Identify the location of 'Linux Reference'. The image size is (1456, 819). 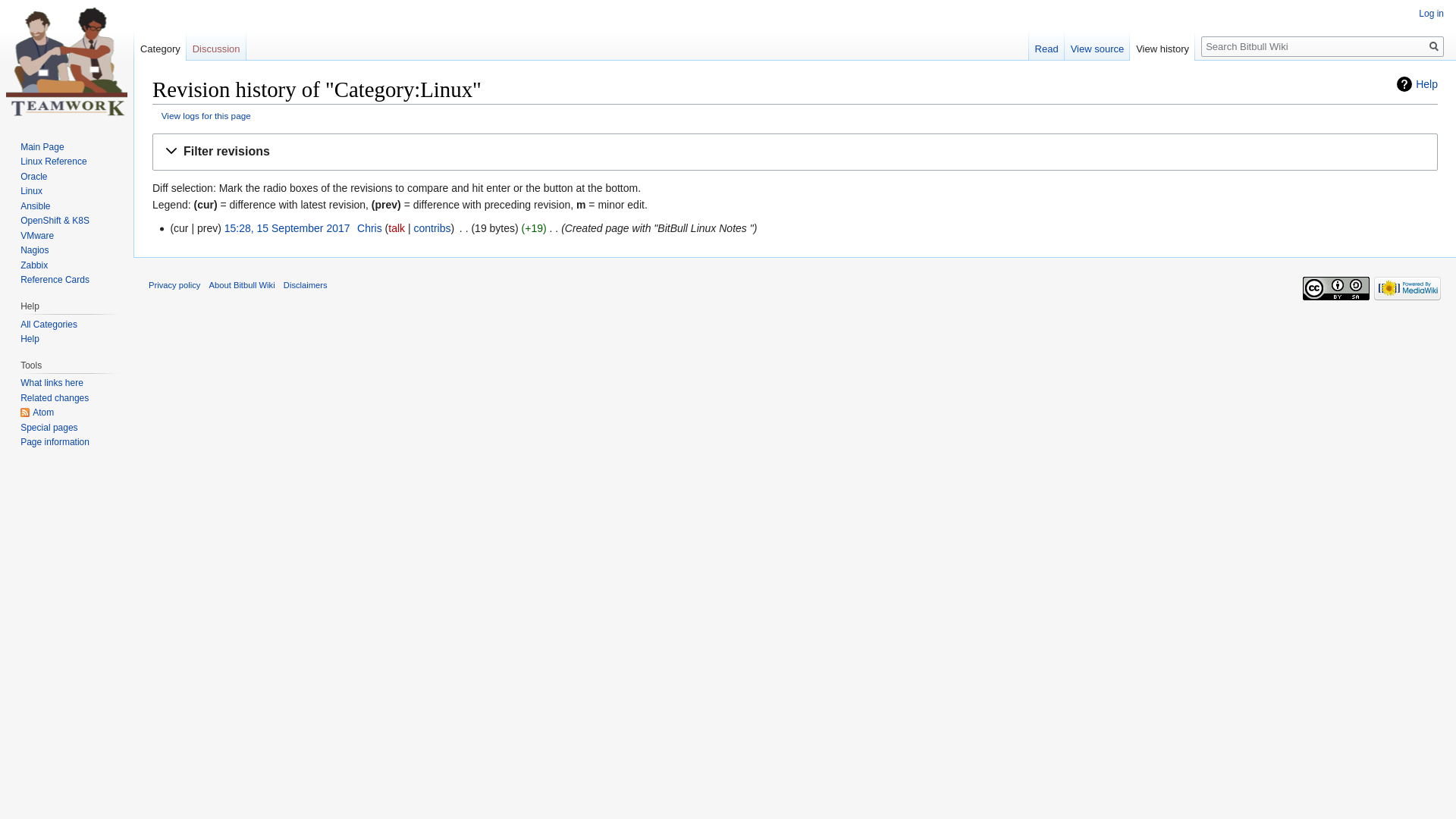
(20, 161).